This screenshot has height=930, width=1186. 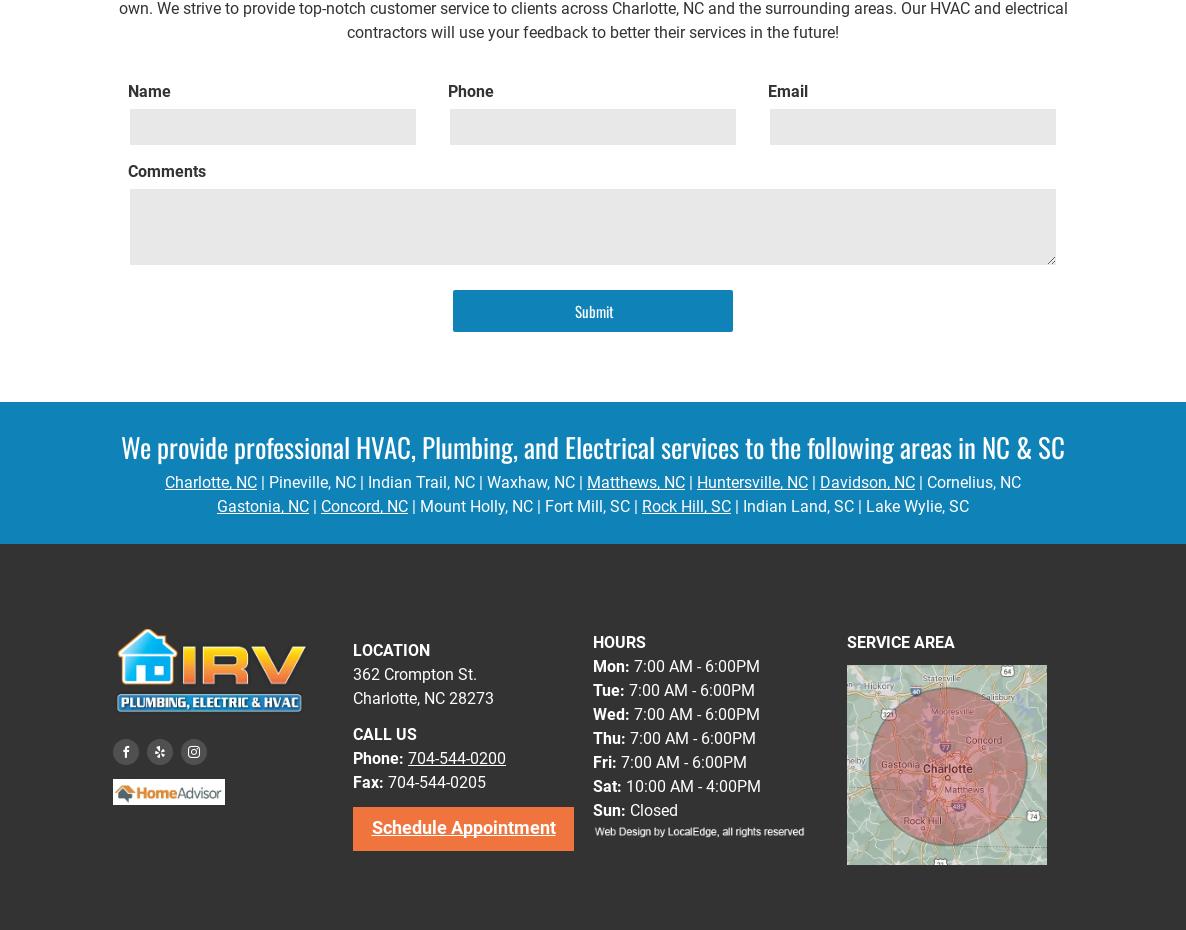 What do you see at coordinates (406, 505) in the screenshot?
I see `'| Mount Holly, NC'` at bounding box center [406, 505].